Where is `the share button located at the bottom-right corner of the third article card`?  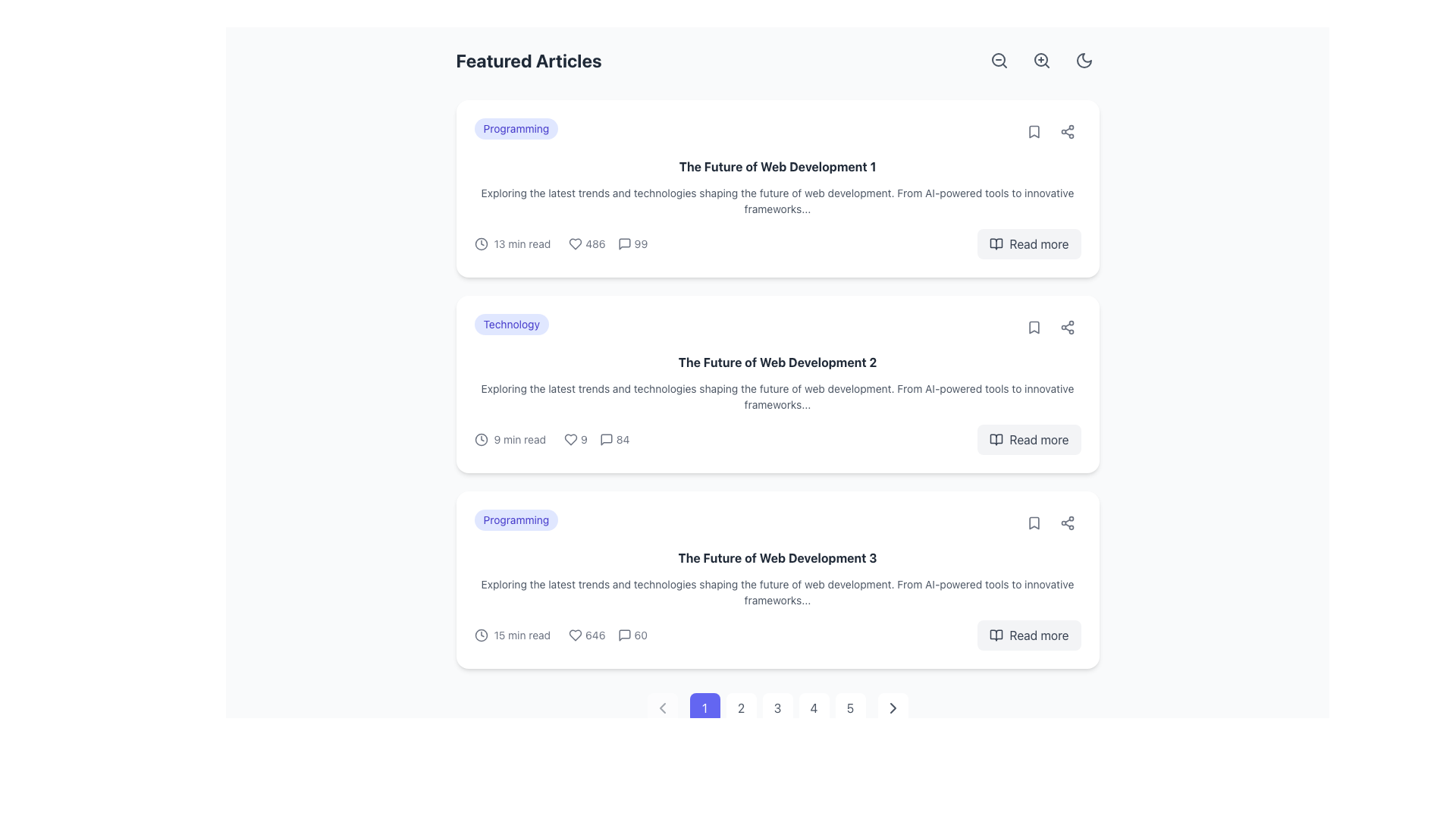 the share button located at the bottom-right corner of the third article card is located at coordinates (1066, 522).